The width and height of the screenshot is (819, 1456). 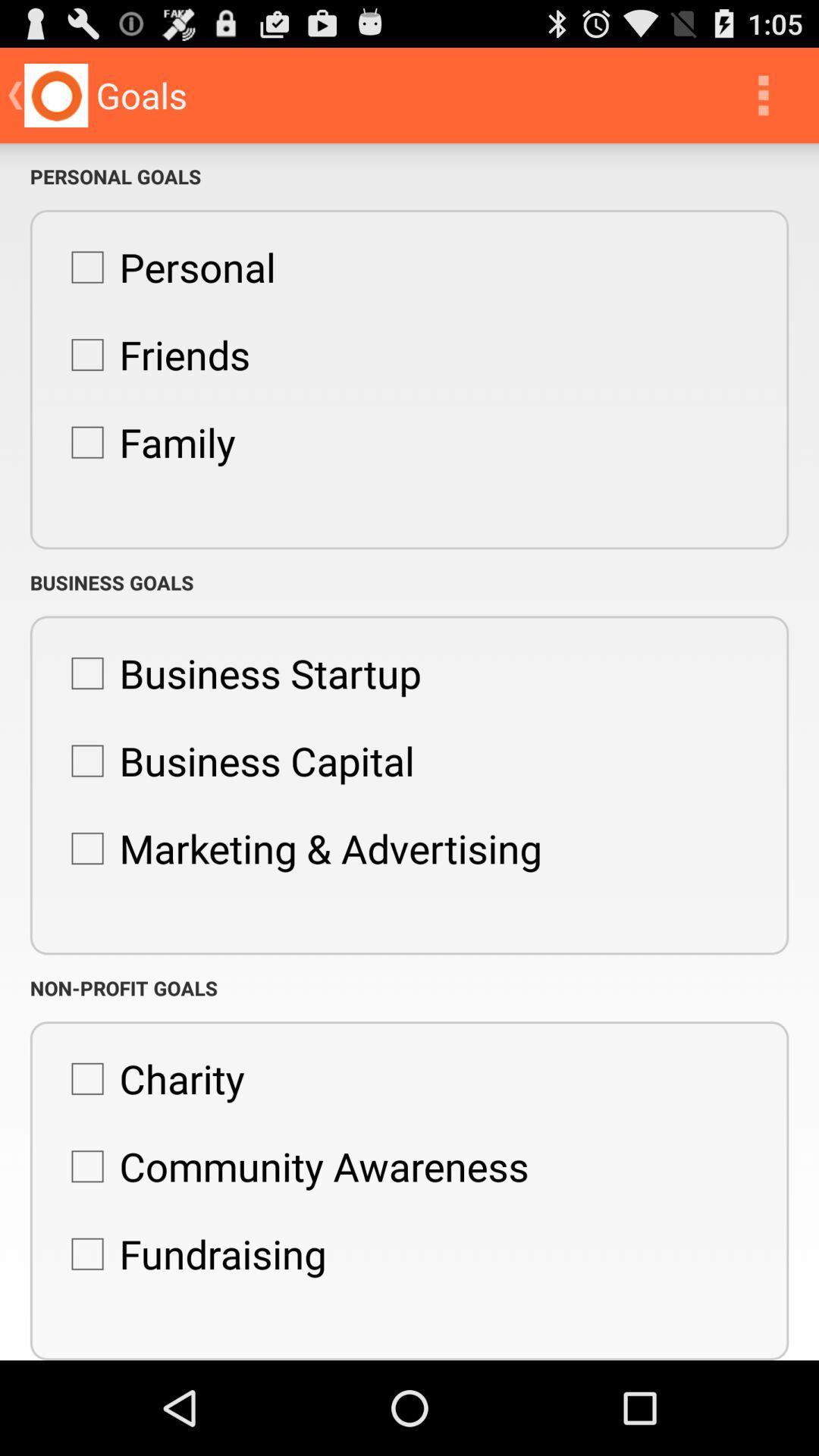 I want to click on community awareness icon, so click(x=292, y=1166).